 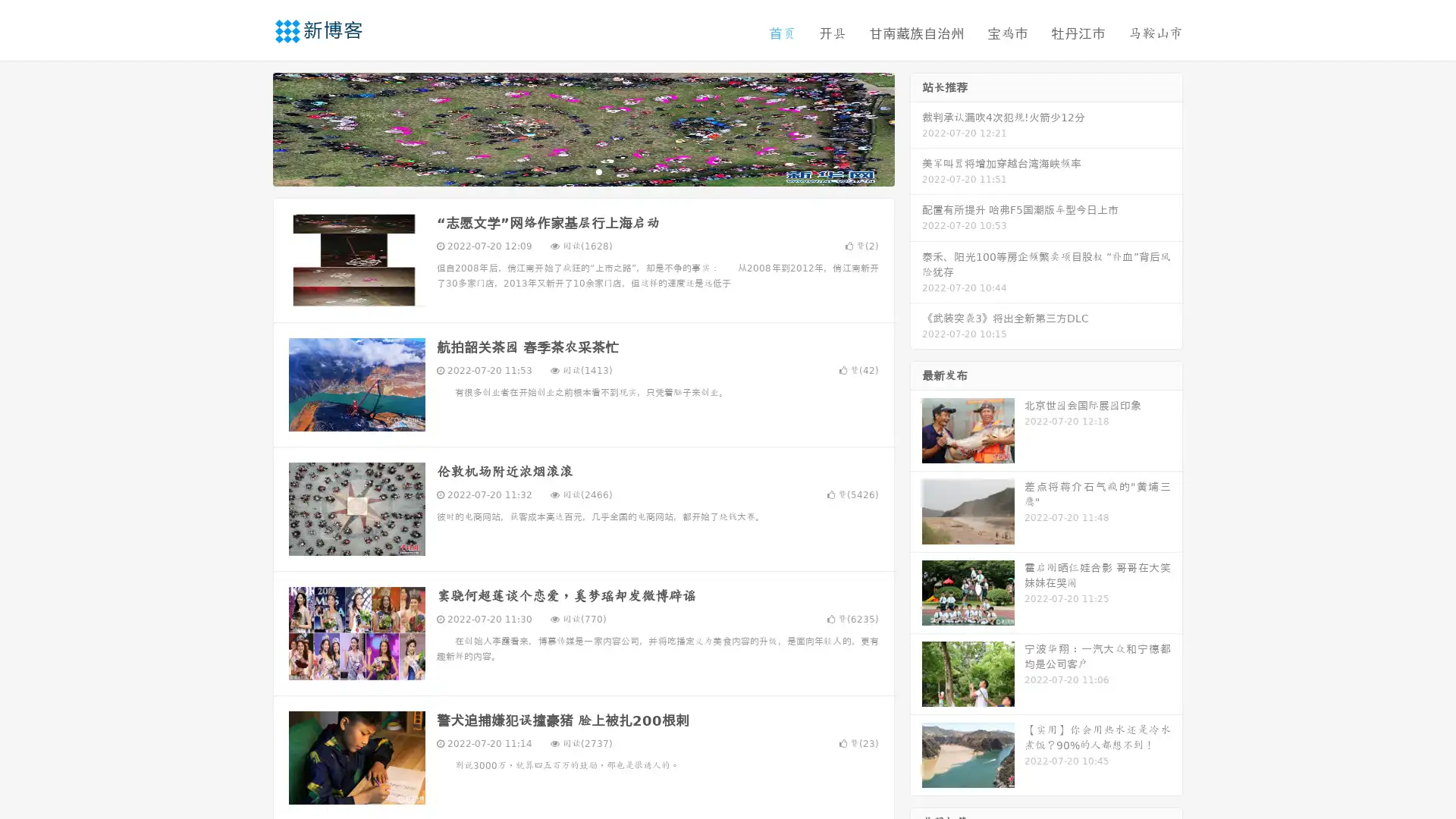 What do you see at coordinates (582, 171) in the screenshot?
I see `Go to slide 2` at bounding box center [582, 171].